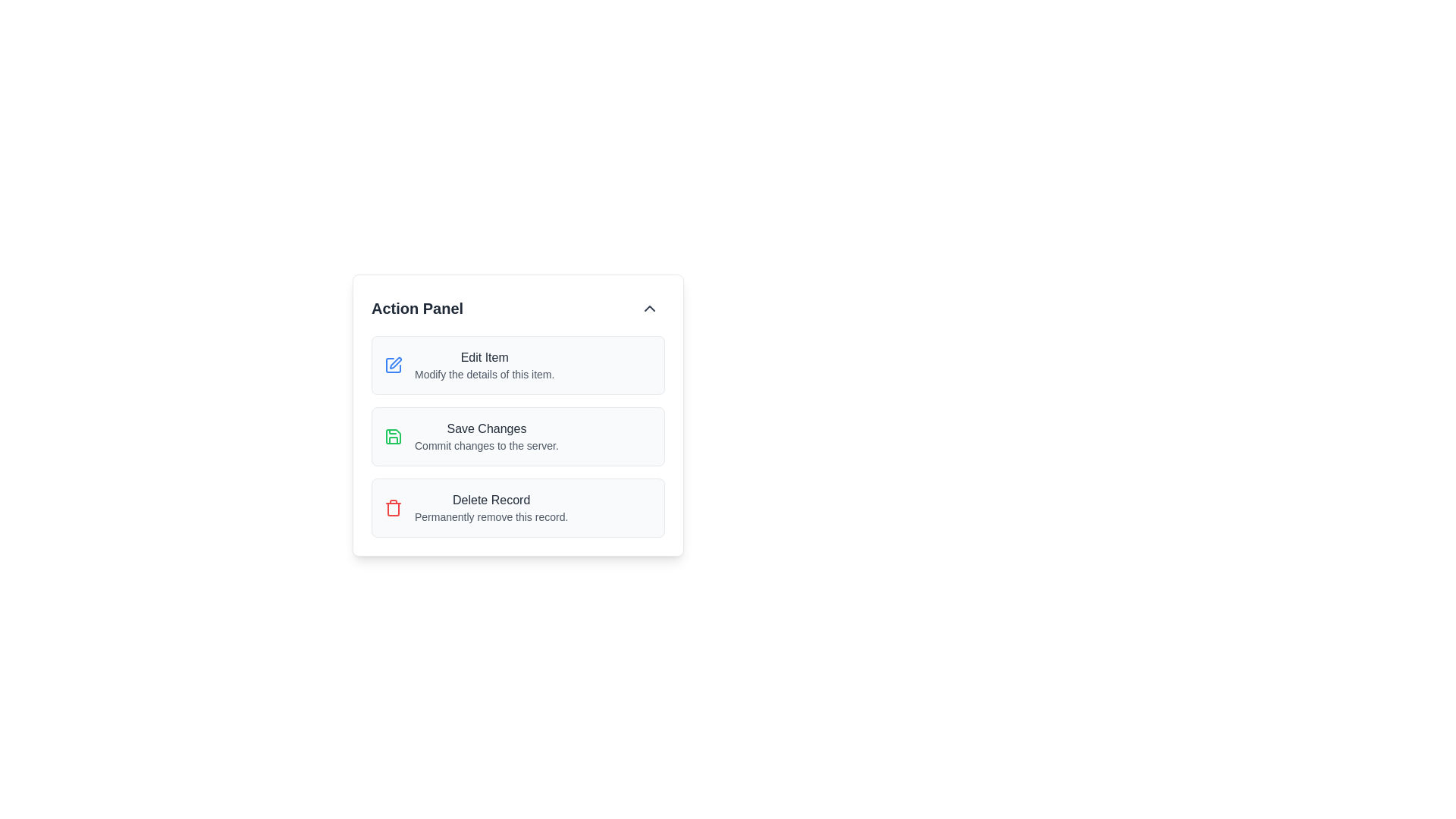  I want to click on the text element that reads 'Modify the details of this item.' which is styled in smaller, lighter gray text and positioned directly below the bold heading 'Edit Item', so click(484, 374).